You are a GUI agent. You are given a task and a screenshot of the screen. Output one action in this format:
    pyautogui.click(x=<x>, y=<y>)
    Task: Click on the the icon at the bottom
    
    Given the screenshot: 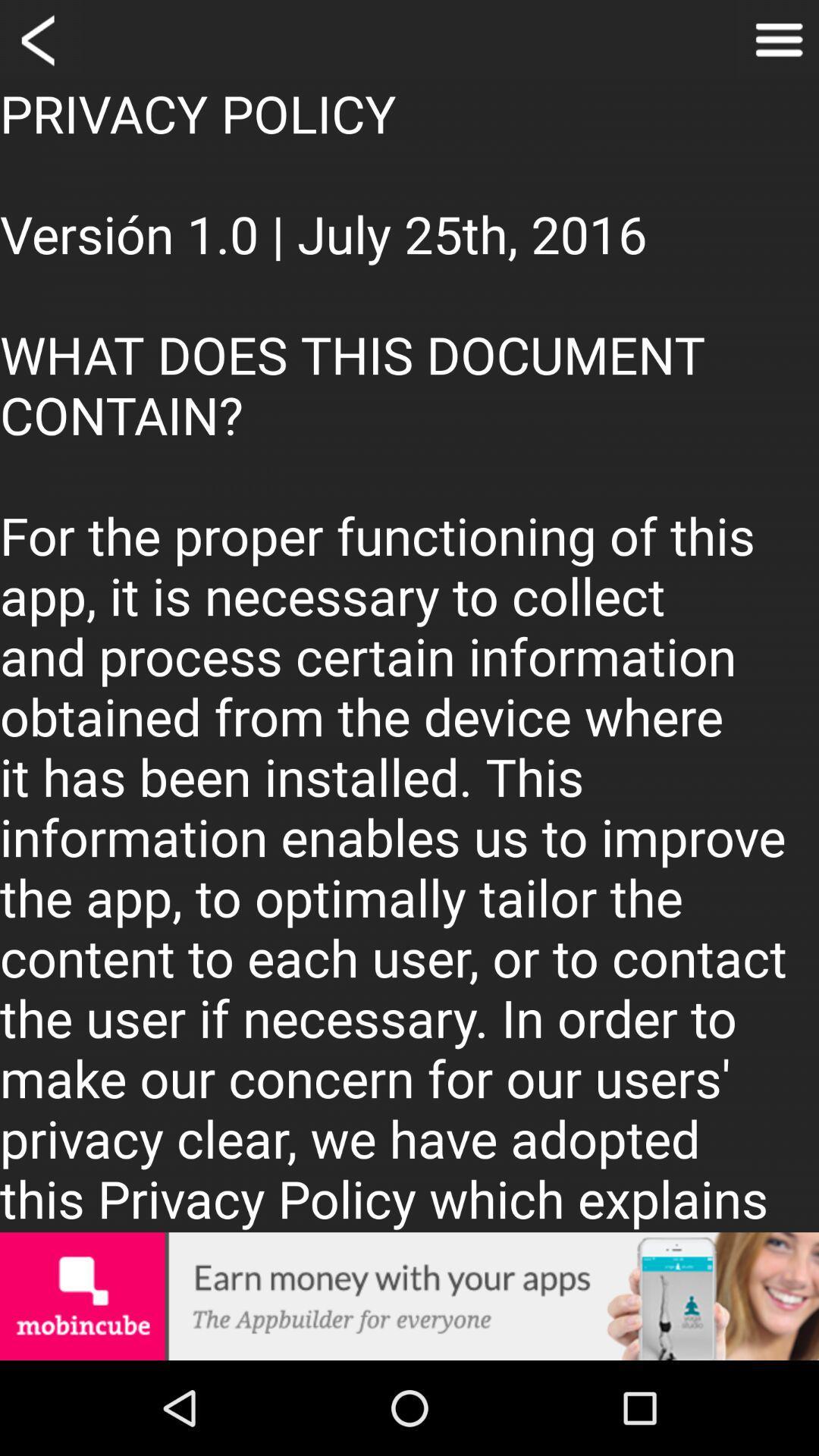 What is the action you would take?
    pyautogui.click(x=409, y=1295)
    